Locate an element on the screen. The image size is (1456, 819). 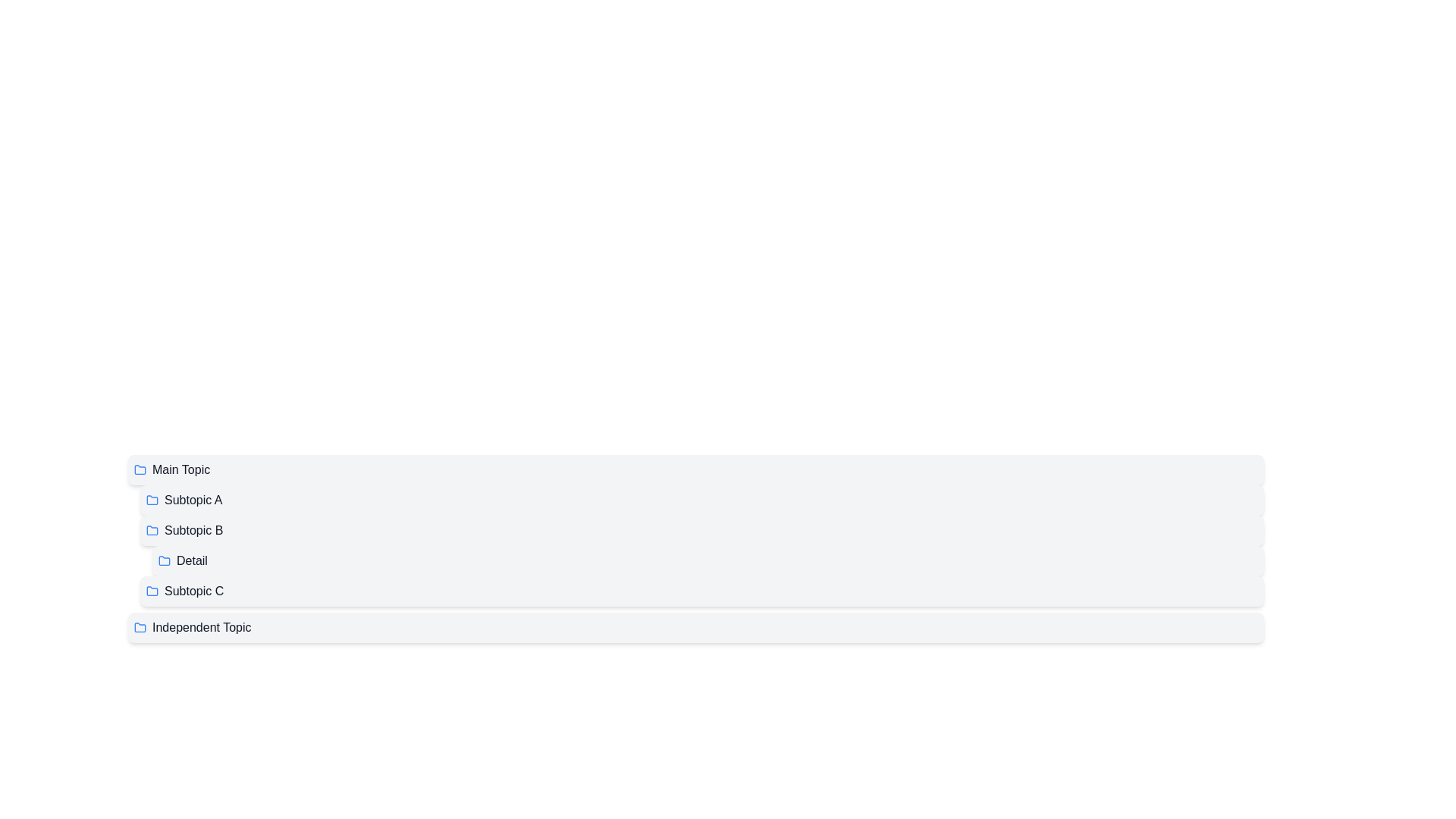
the folder icon that precedes the text label 'Subtopic B', which is the second item in the vertical list under 'Main Topic' is located at coordinates (152, 529).